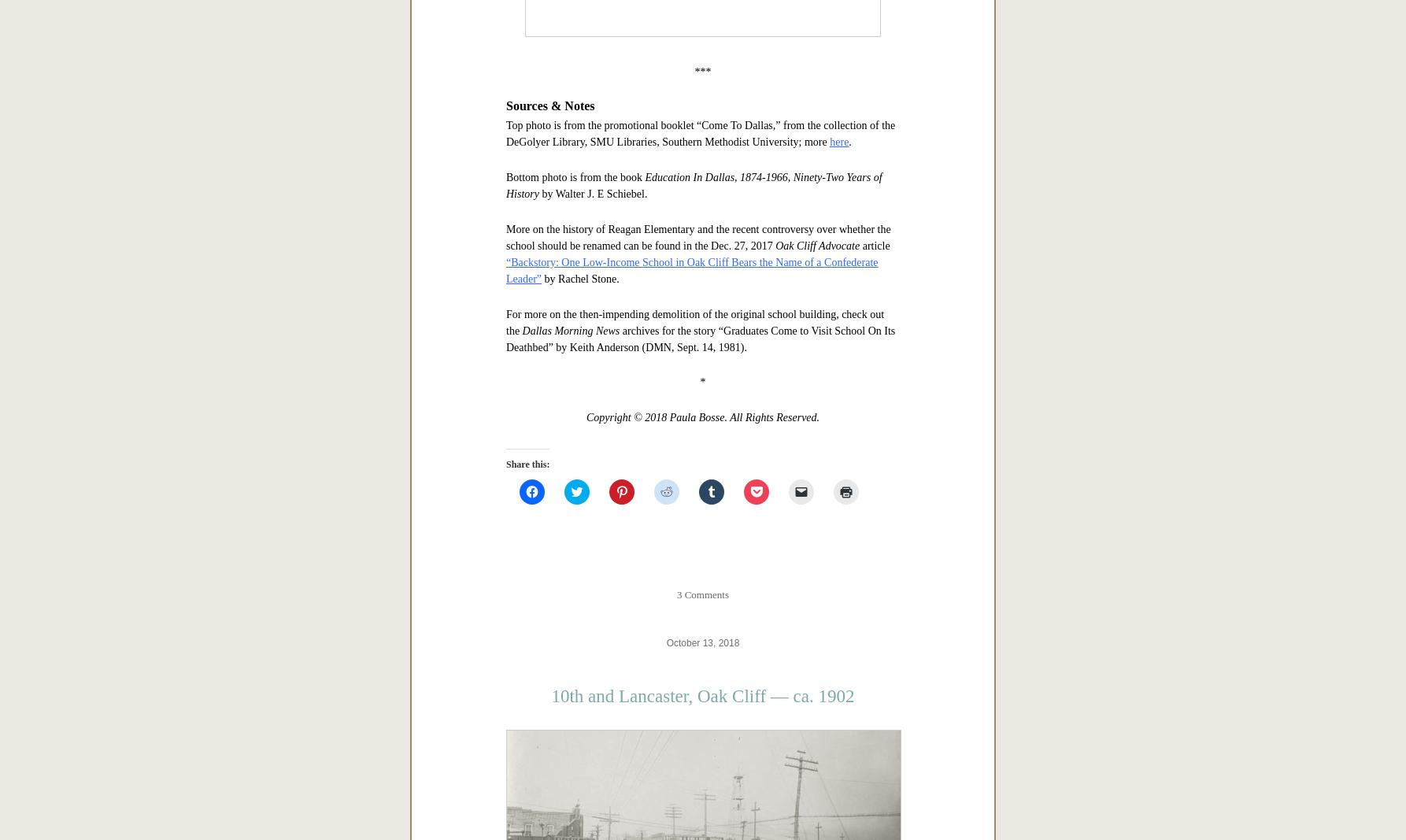  What do you see at coordinates (701, 266) in the screenshot?
I see `'As the population of Oak Cliff grew over the years, so did the school, which expanded with additions beyond those original four rooms in order to accommodate the continual growth of the neighborhood. The building had a good run and stood for 76 years — until it was demolished at the end of 1981 (or the beginning of 1982) to make room for a new building at the same  location. The new school retained the Reagan name, which has become a point of controversy in recent years.'` at bounding box center [701, 266].